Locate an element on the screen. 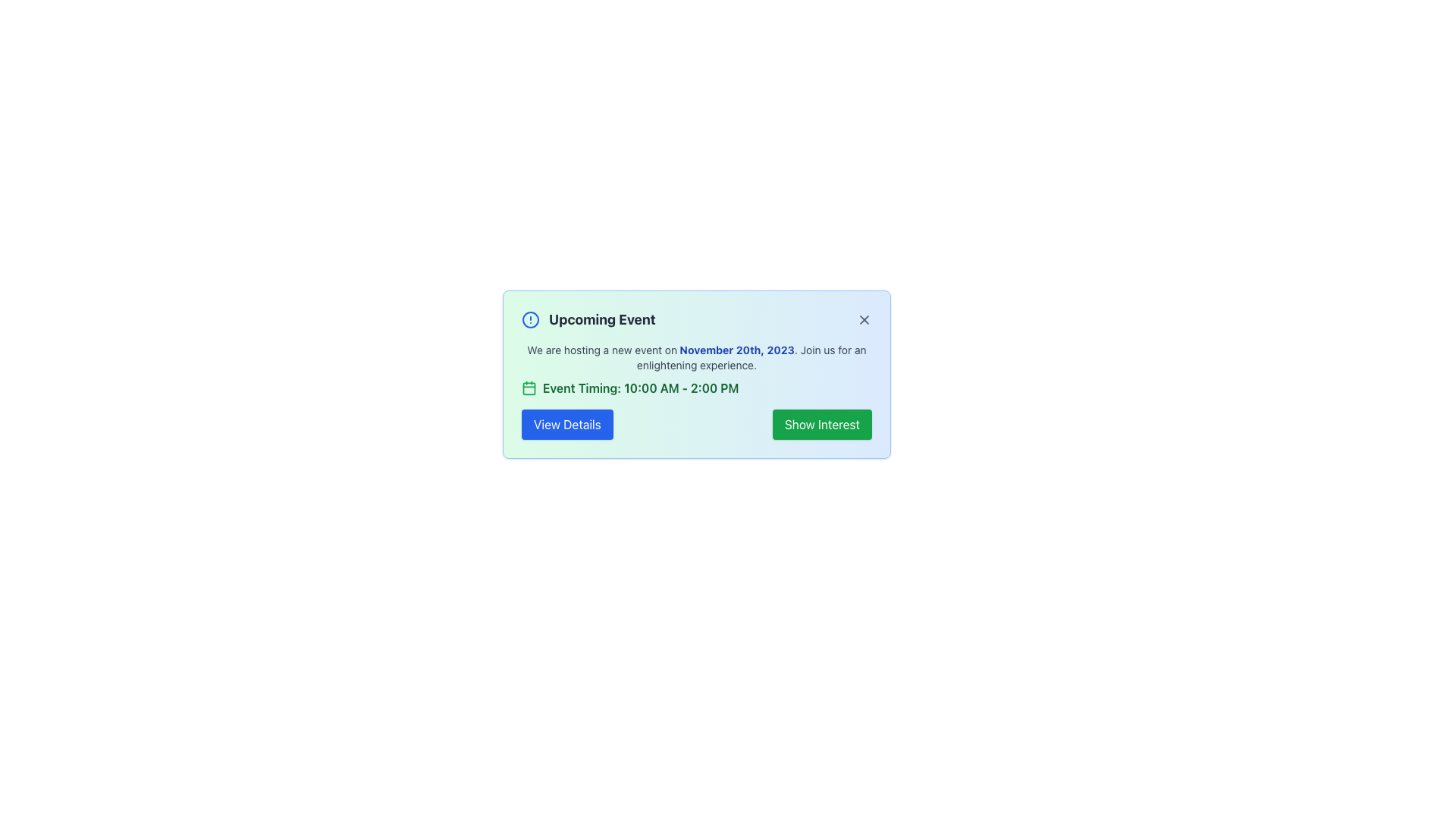 This screenshot has width=1456, height=819. the close button on the right side of the notification is located at coordinates (864, 318).